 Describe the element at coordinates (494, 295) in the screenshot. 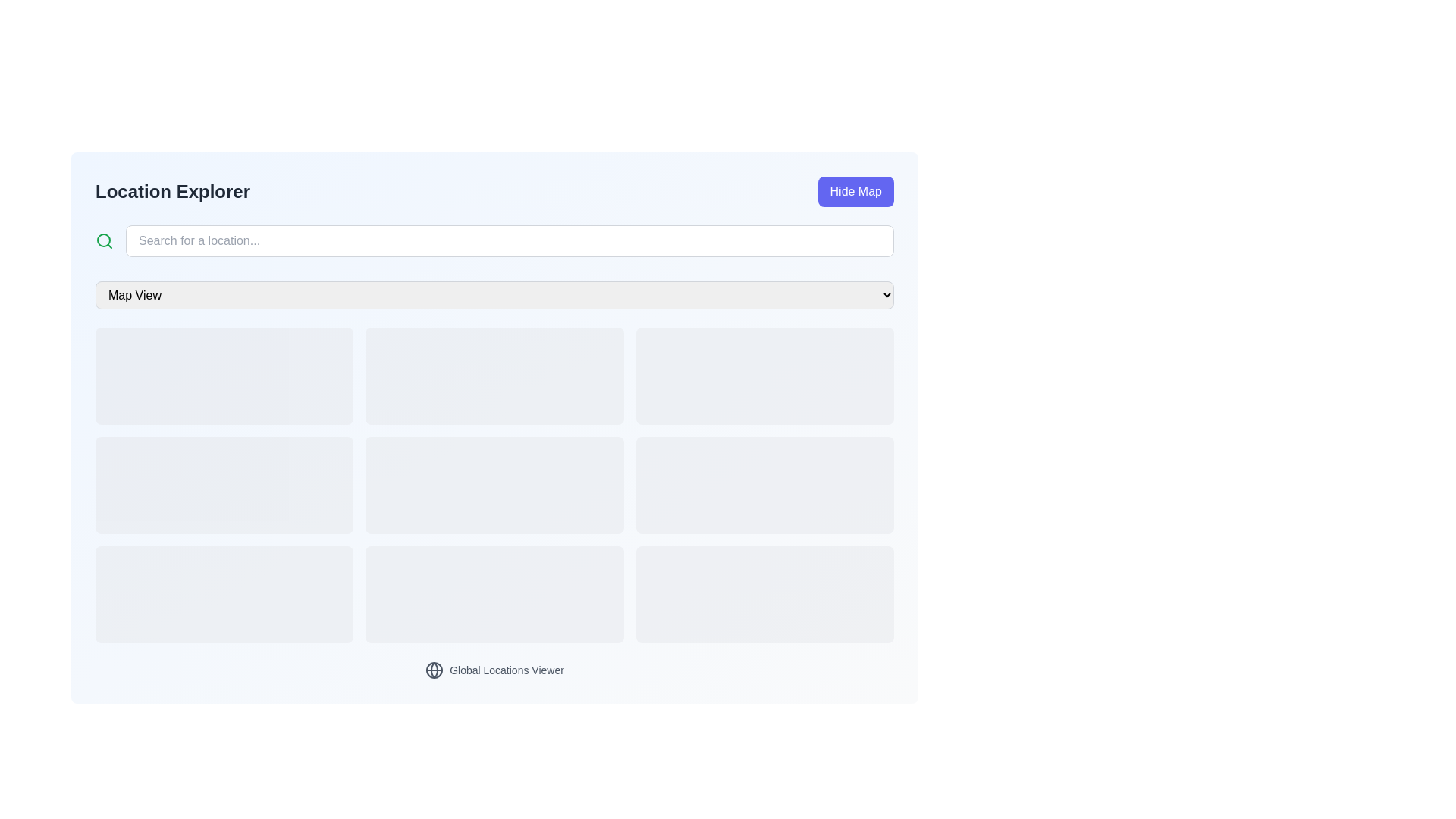

I see `the Dropdown menu located beneath the search bar` at that location.